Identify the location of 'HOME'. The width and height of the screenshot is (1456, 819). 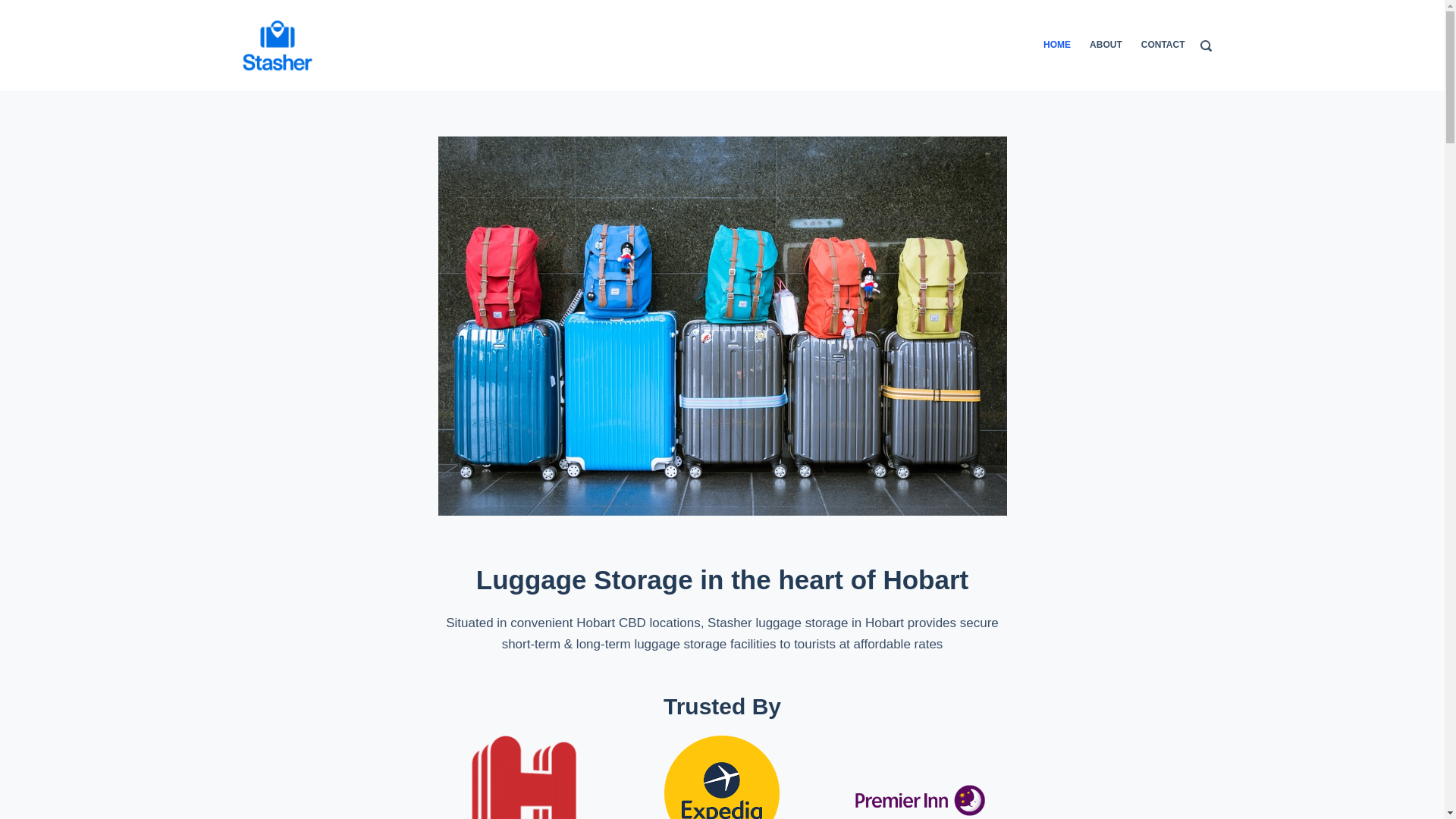
(1043, 45).